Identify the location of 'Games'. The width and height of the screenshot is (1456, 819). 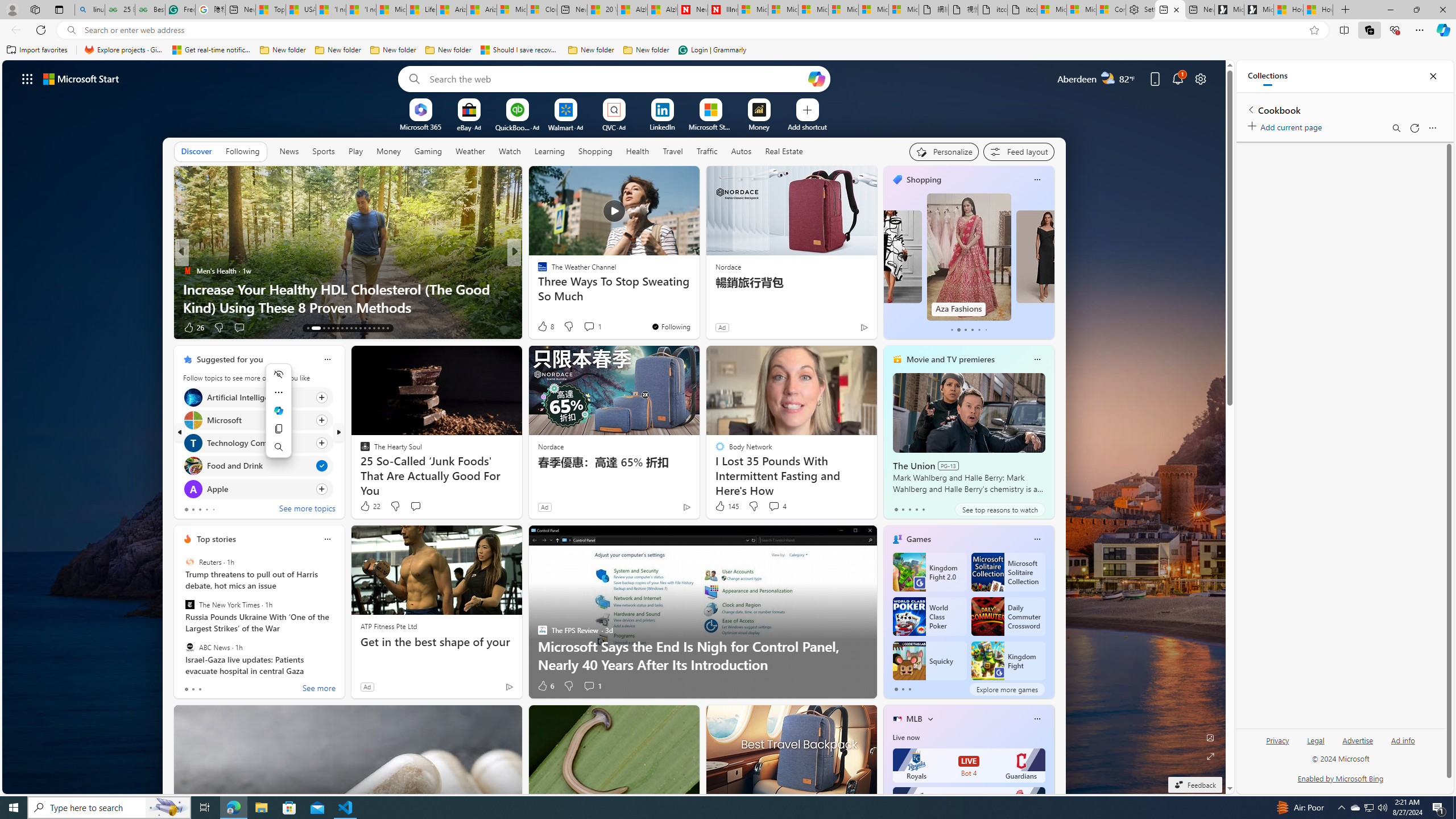
(918, 539).